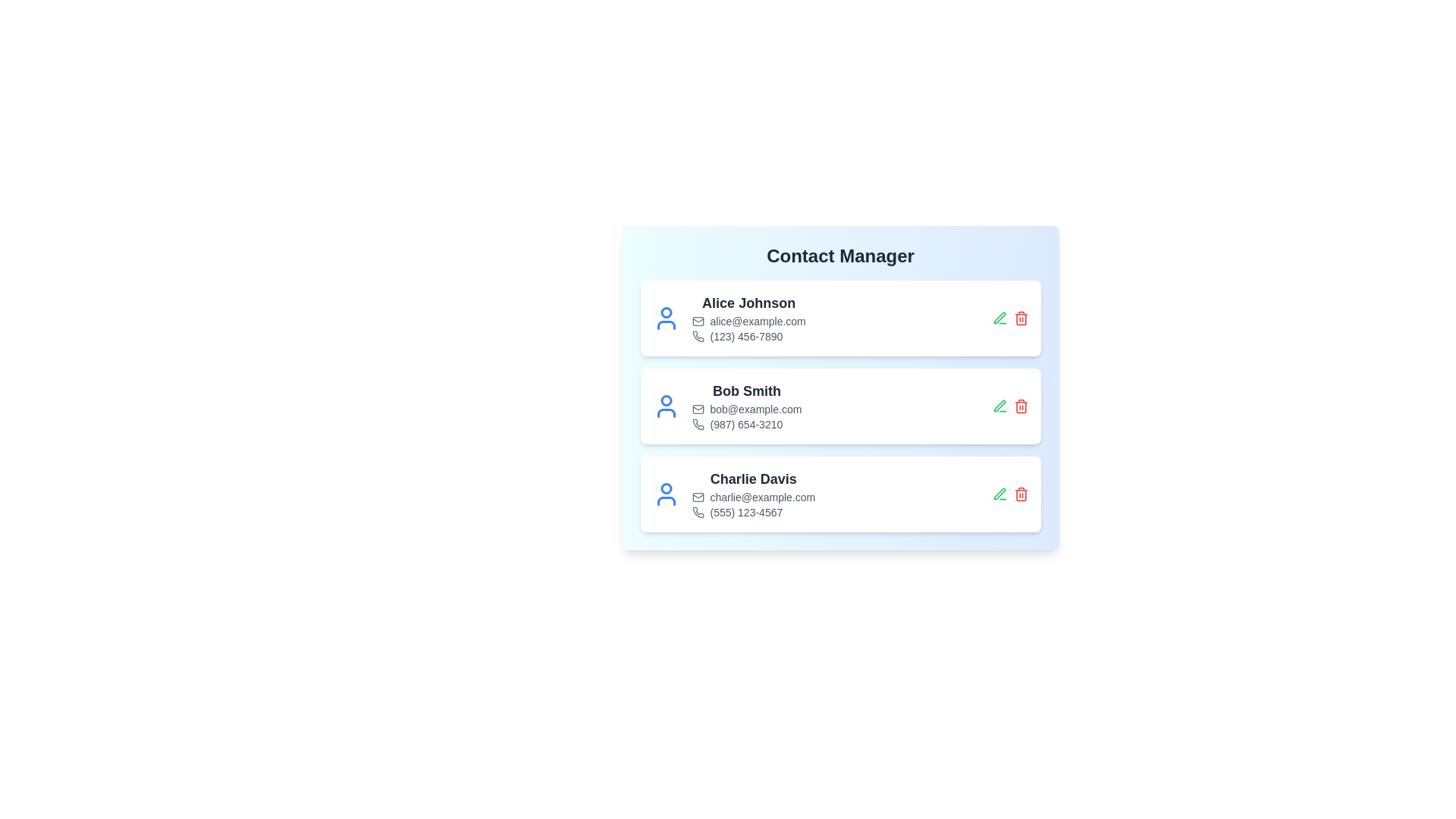 The height and width of the screenshot is (819, 1456). What do you see at coordinates (999, 406) in the screenshot?
I see `the edit button for the contact Bob Smith` at bounding box center [999, 406].